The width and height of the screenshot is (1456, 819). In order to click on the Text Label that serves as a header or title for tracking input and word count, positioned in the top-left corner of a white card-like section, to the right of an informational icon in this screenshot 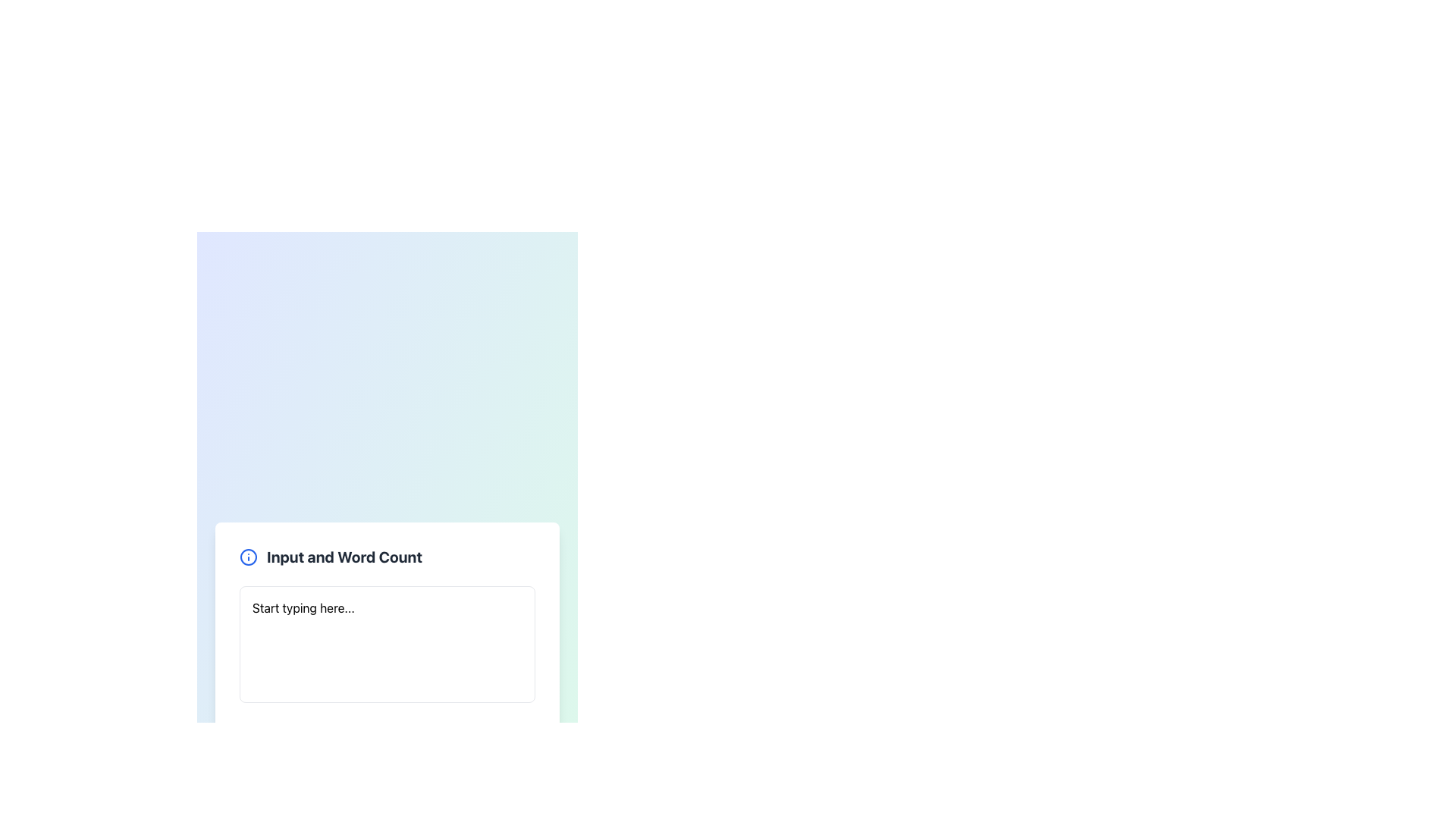, I will do `click(344, 557)`.